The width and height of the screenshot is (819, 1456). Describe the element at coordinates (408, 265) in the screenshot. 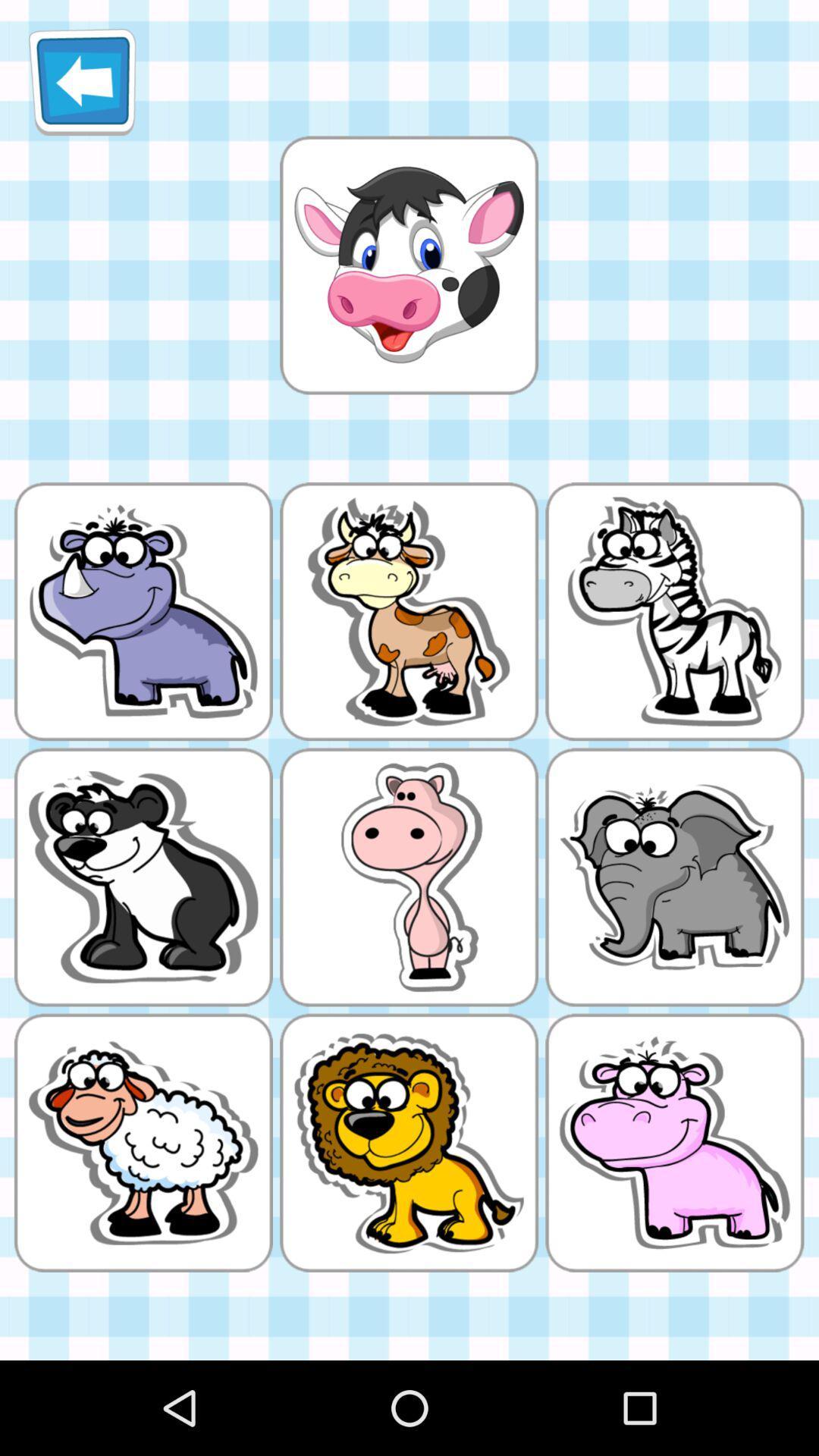

I see `pic` at that location.